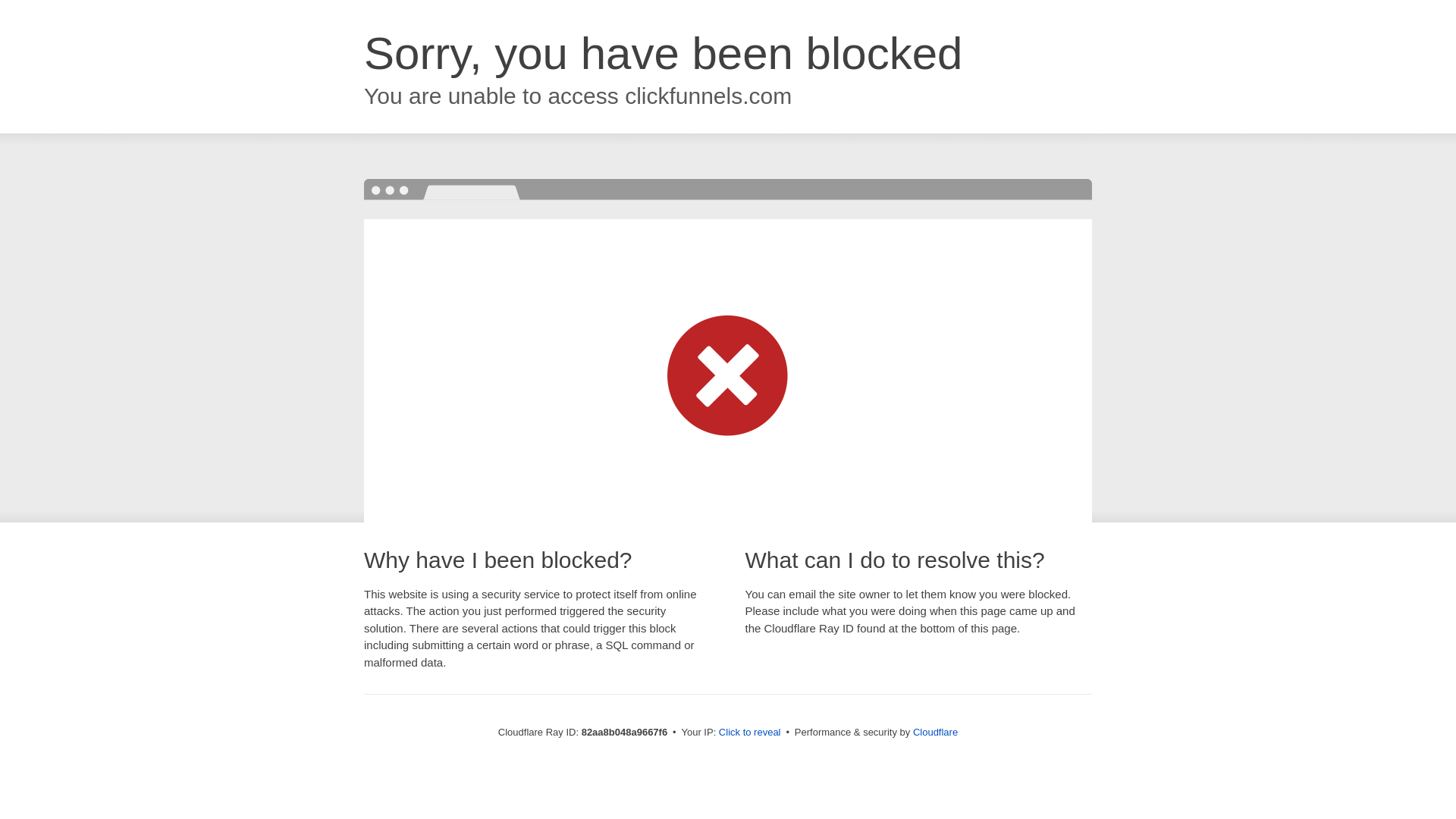  What do you see at coordinates (934, 731) in the screenshot?
I see `'Cloudflare'` at bounding box center [934, 731].